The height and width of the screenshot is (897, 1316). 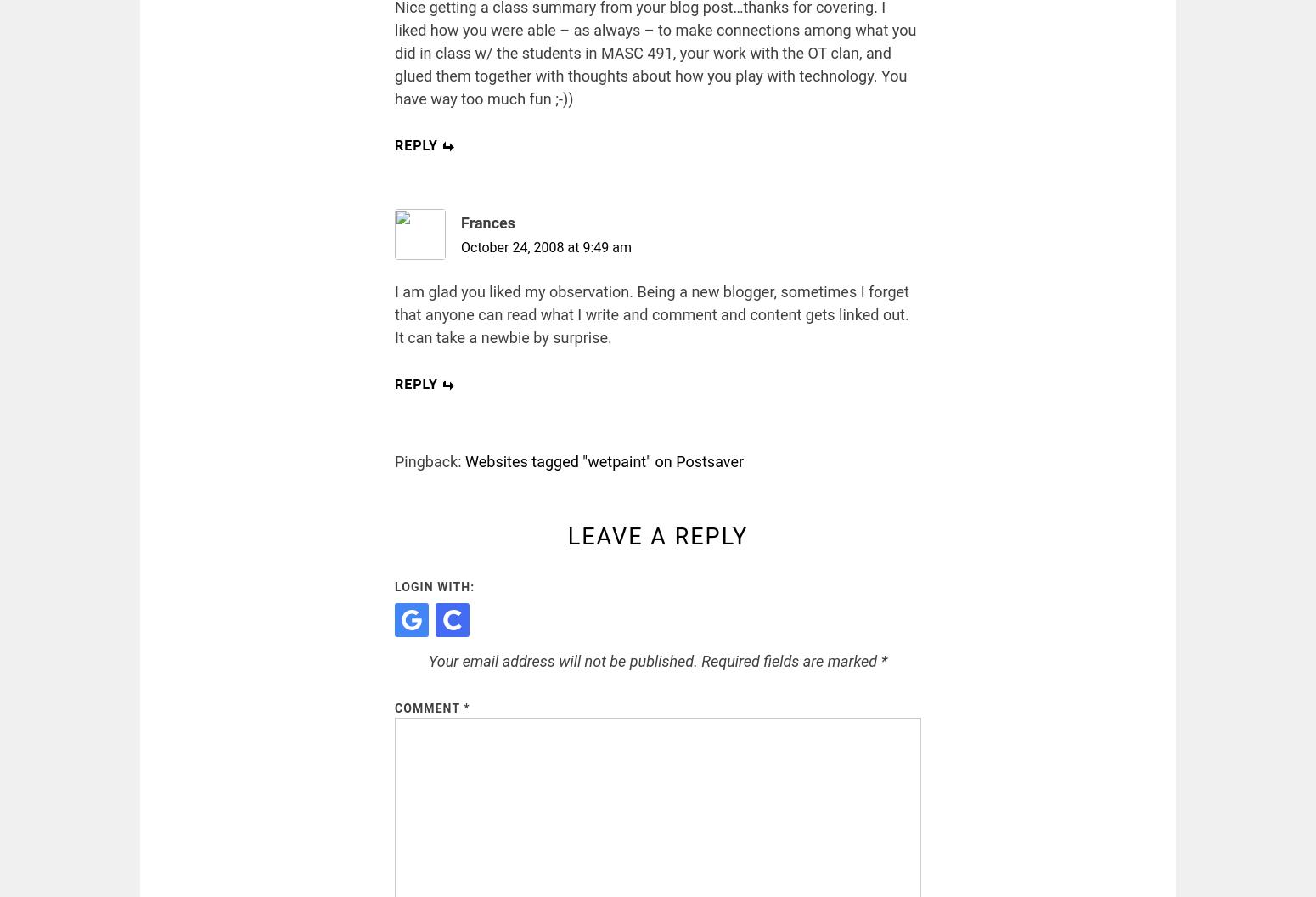 What do you see at coordinates (459, 247) in the screenshot?
I see `'October 24, 2008 at 9:49 am'` at bounding box center [459, 247].